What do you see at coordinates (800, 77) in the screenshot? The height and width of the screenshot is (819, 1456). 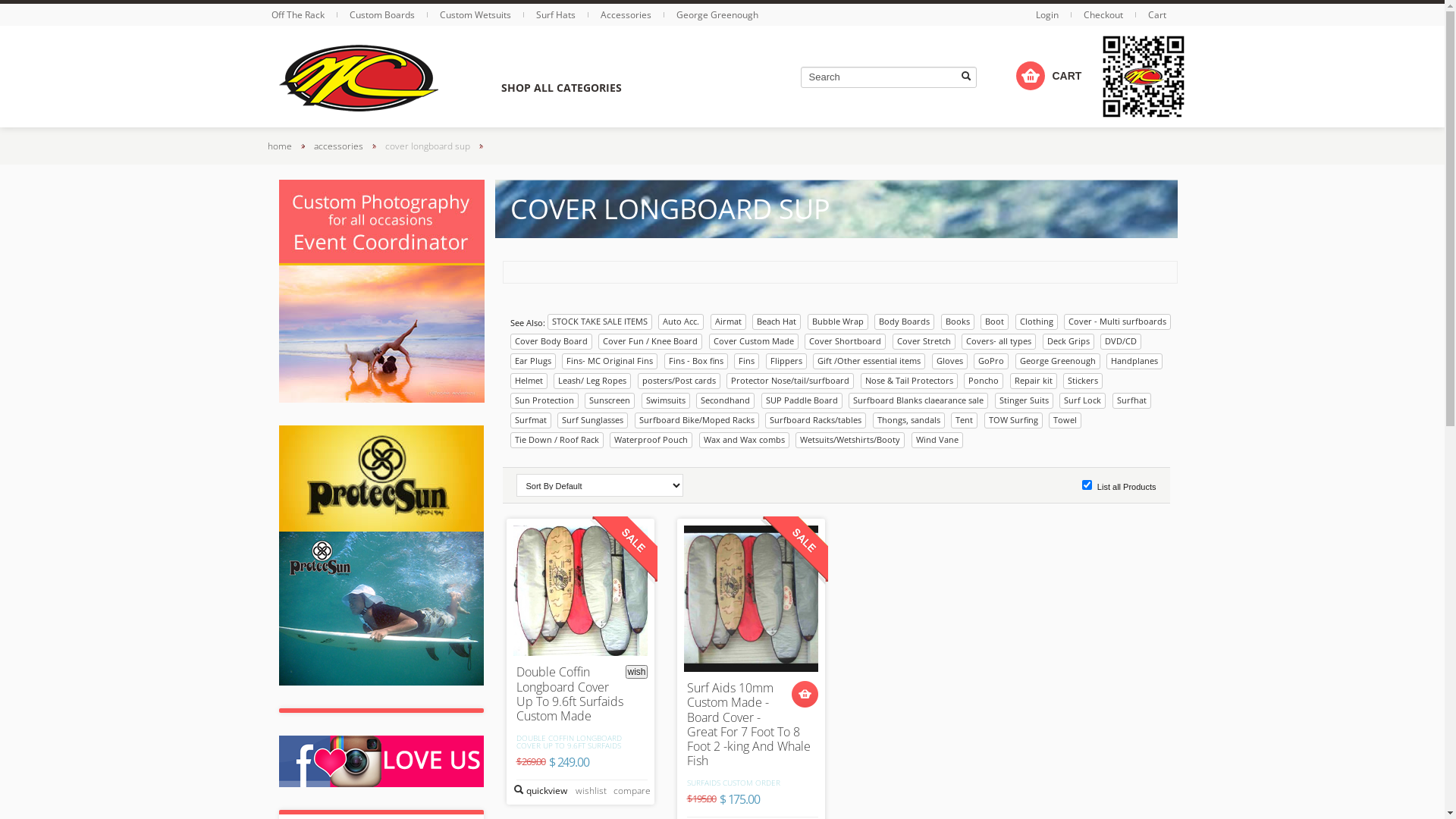 I see `'Search'` at bounding box center [800, 77].